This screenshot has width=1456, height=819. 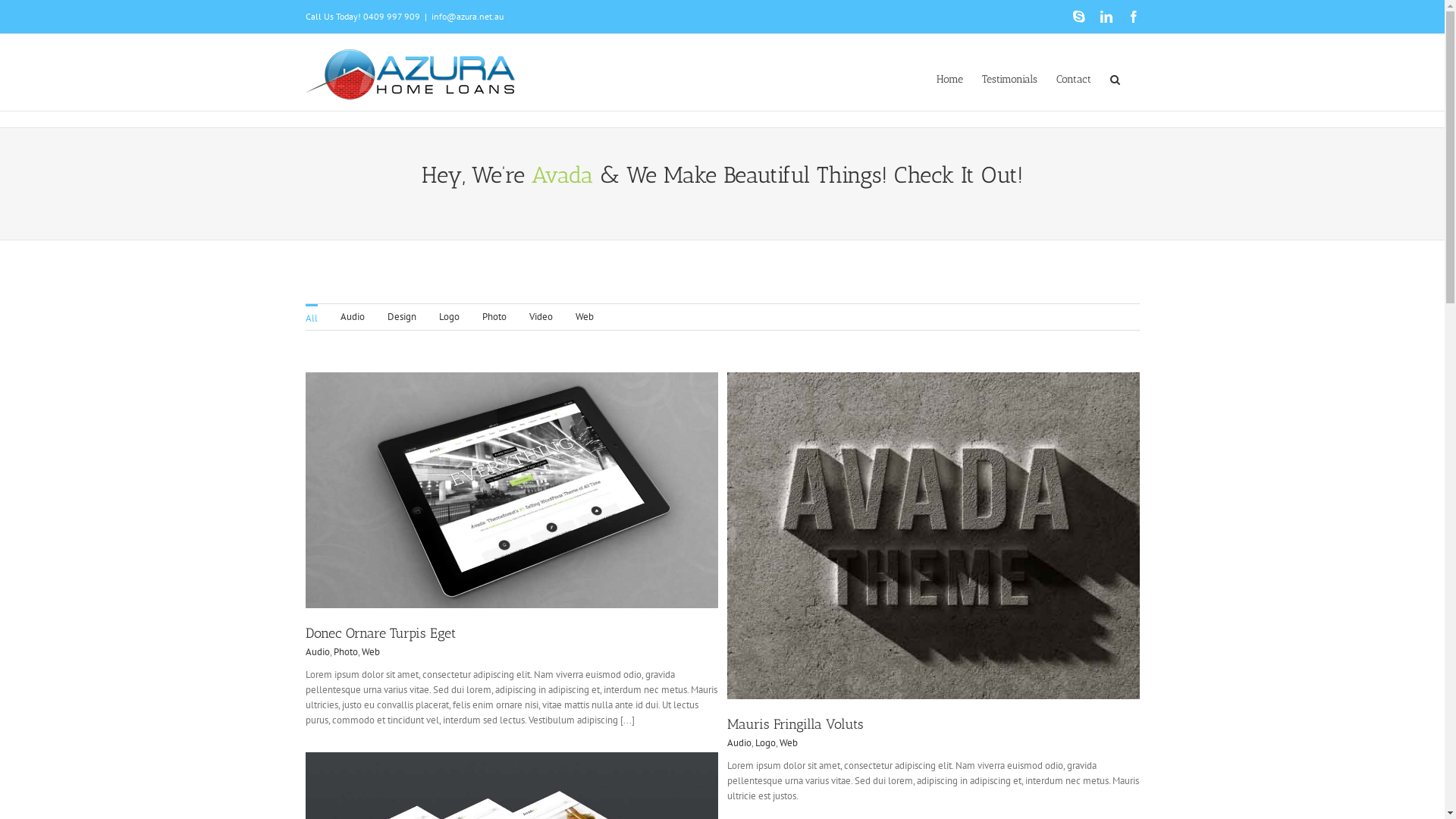 I want to click on 'Facebook', so click(x=1132, y=17).